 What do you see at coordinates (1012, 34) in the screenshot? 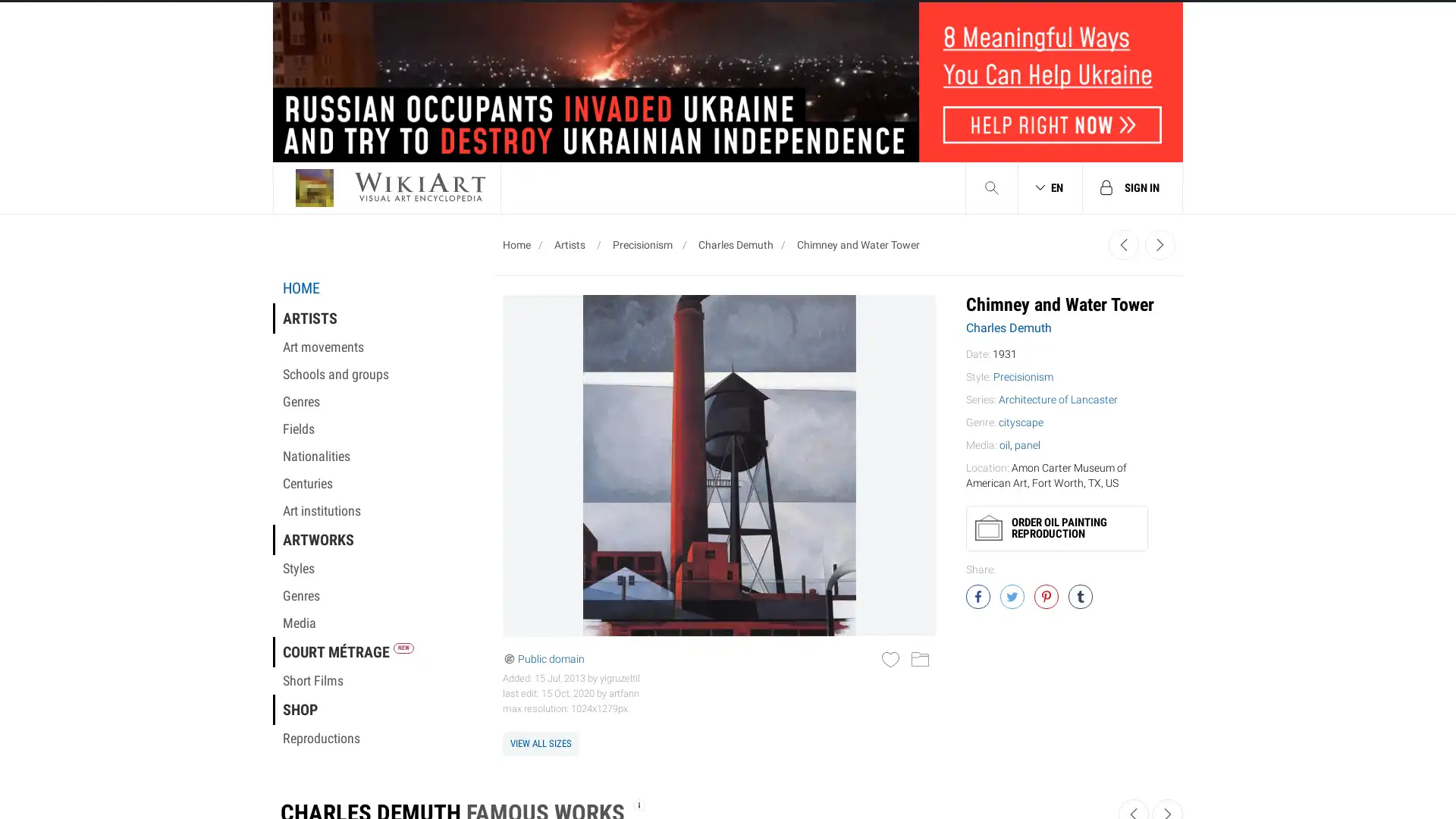
I see `Close form` at bounding box center [1012, 34].